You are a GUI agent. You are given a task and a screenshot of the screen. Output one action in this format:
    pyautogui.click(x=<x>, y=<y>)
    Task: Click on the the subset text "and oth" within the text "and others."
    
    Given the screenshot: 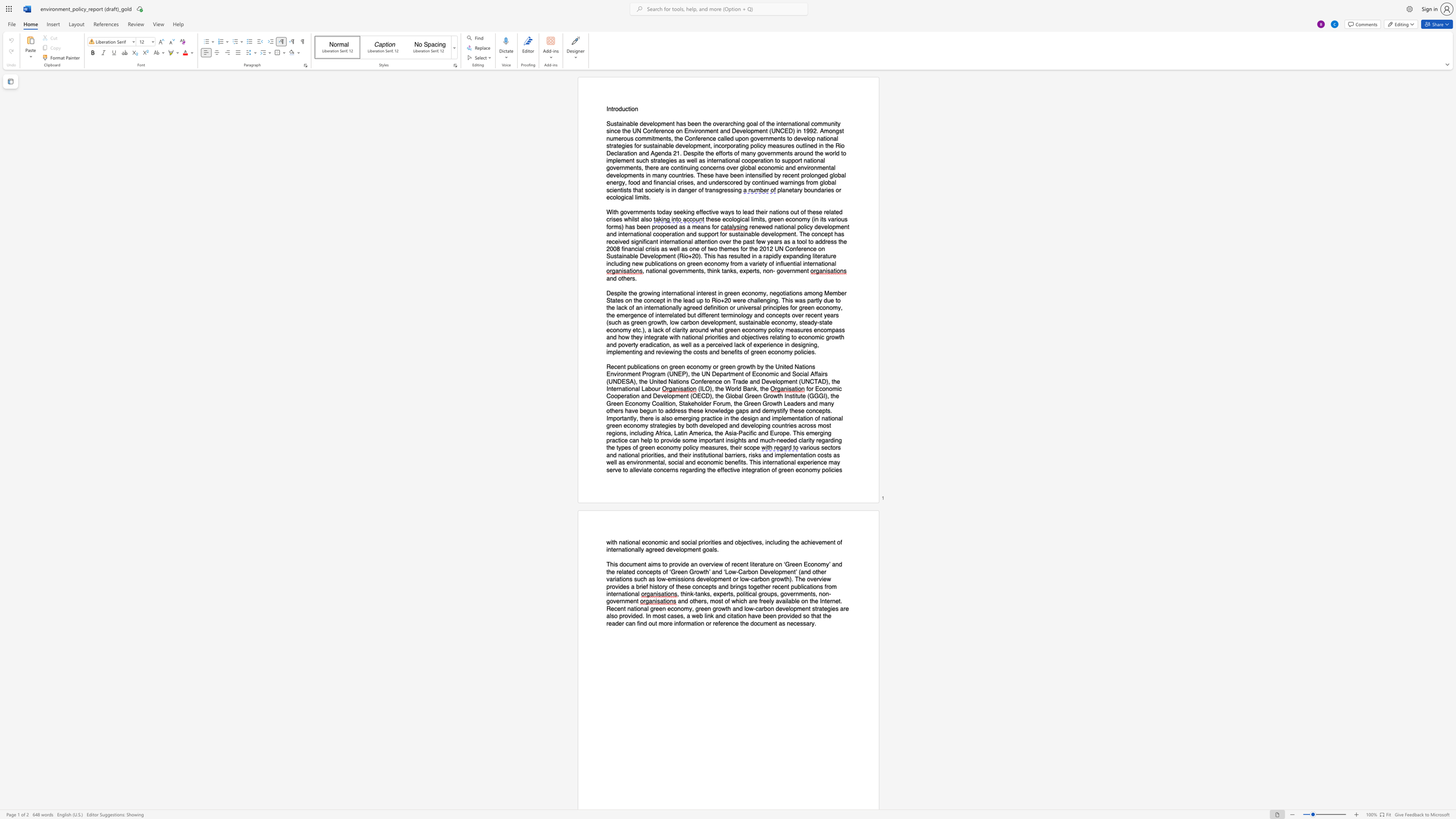 What is the action you would take?
    pyautogui.click(x=606, y=278)
    